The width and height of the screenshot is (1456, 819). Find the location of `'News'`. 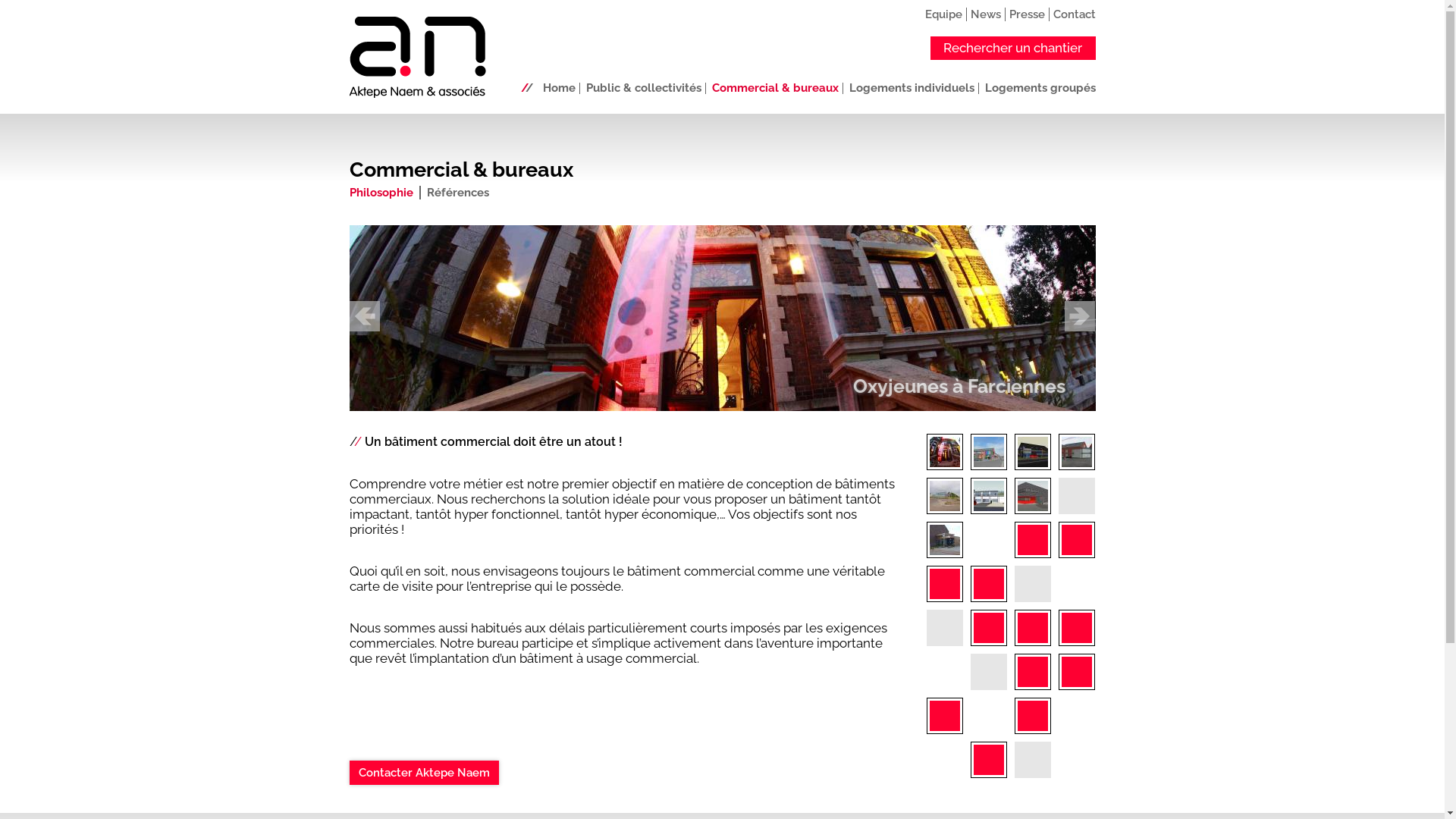

'News' is located at coordinates (986, 14).